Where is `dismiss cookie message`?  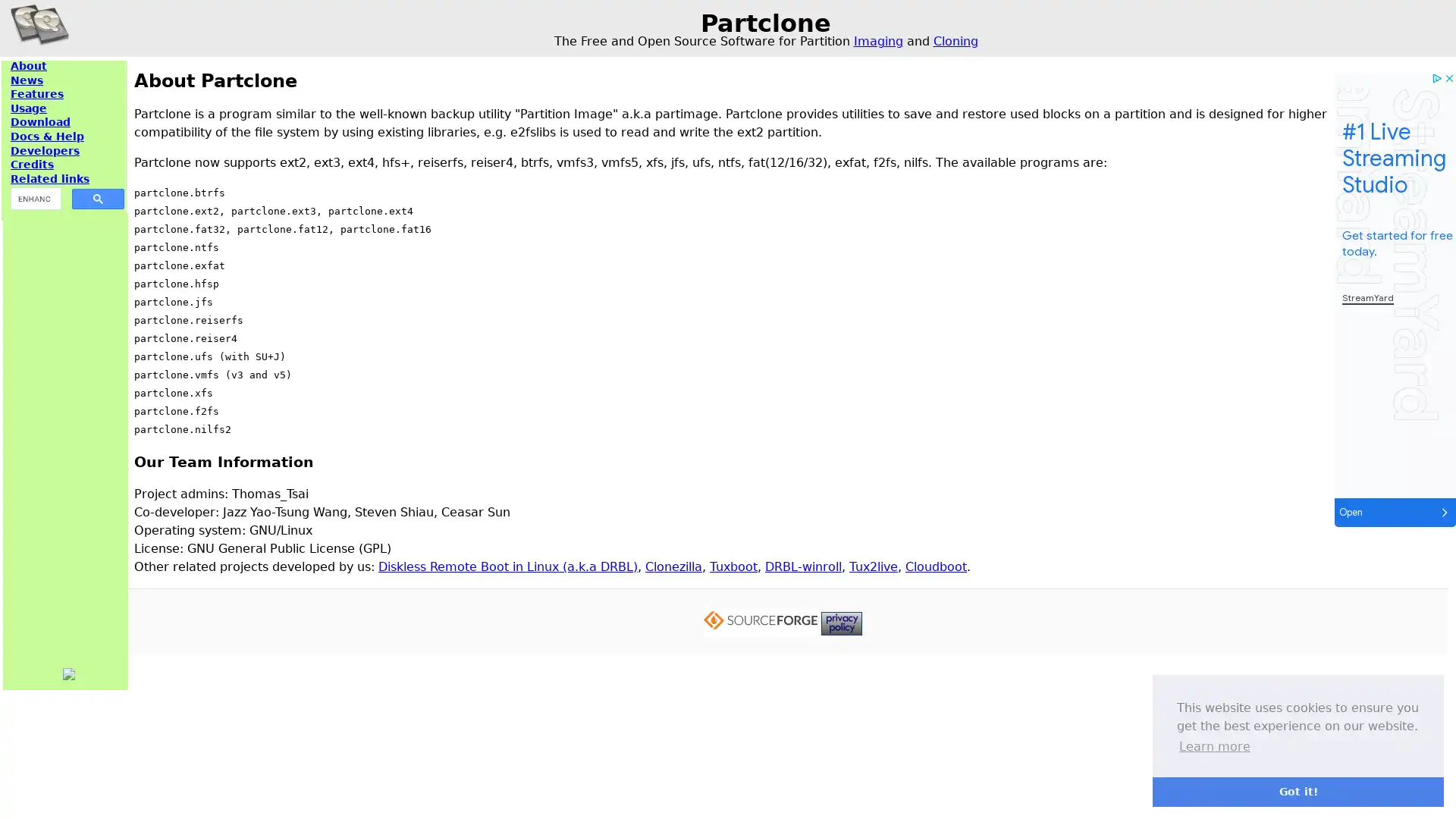
dismiss cookie message is located at coordinates (1298, 791).